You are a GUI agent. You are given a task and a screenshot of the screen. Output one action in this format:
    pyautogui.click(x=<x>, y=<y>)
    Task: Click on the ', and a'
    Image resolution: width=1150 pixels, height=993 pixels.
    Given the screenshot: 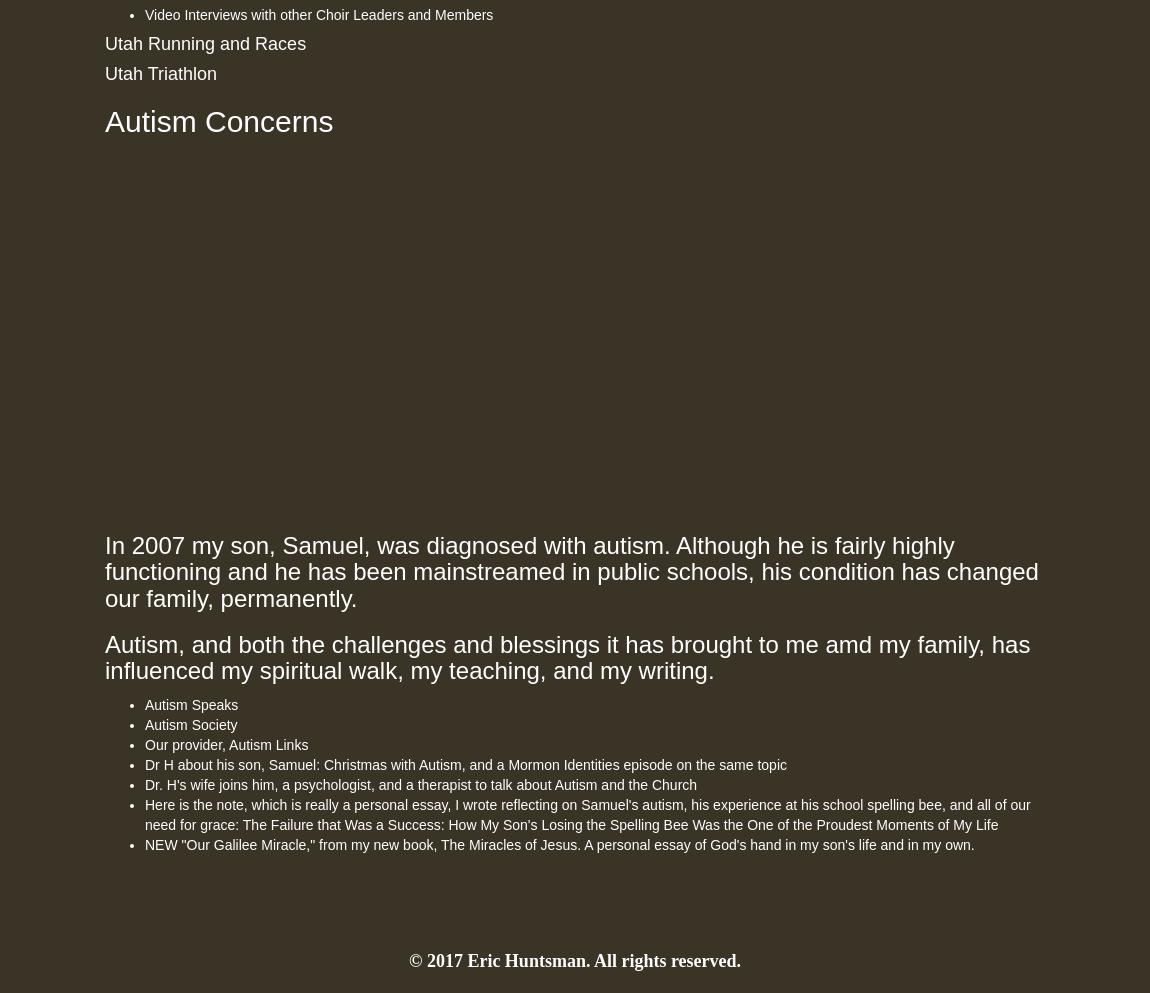 What is the action you would take?
    pyautogui.click(x=484, y=763)
    